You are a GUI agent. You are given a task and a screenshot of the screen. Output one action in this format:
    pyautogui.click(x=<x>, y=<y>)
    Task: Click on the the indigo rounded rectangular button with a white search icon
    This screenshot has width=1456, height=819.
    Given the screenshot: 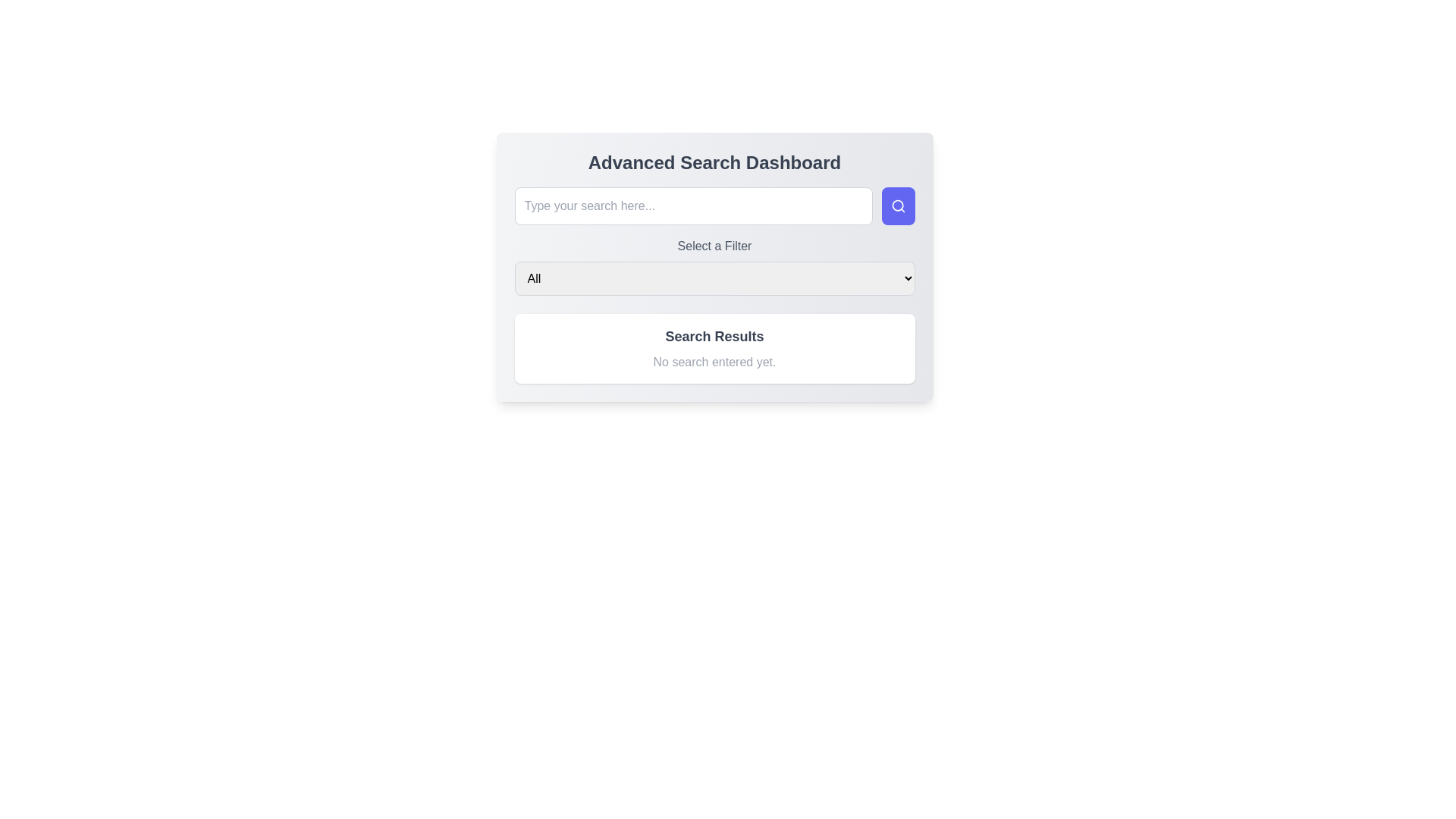 What is the action you would take?
    pyautogui.click(x=898, y=206)
    